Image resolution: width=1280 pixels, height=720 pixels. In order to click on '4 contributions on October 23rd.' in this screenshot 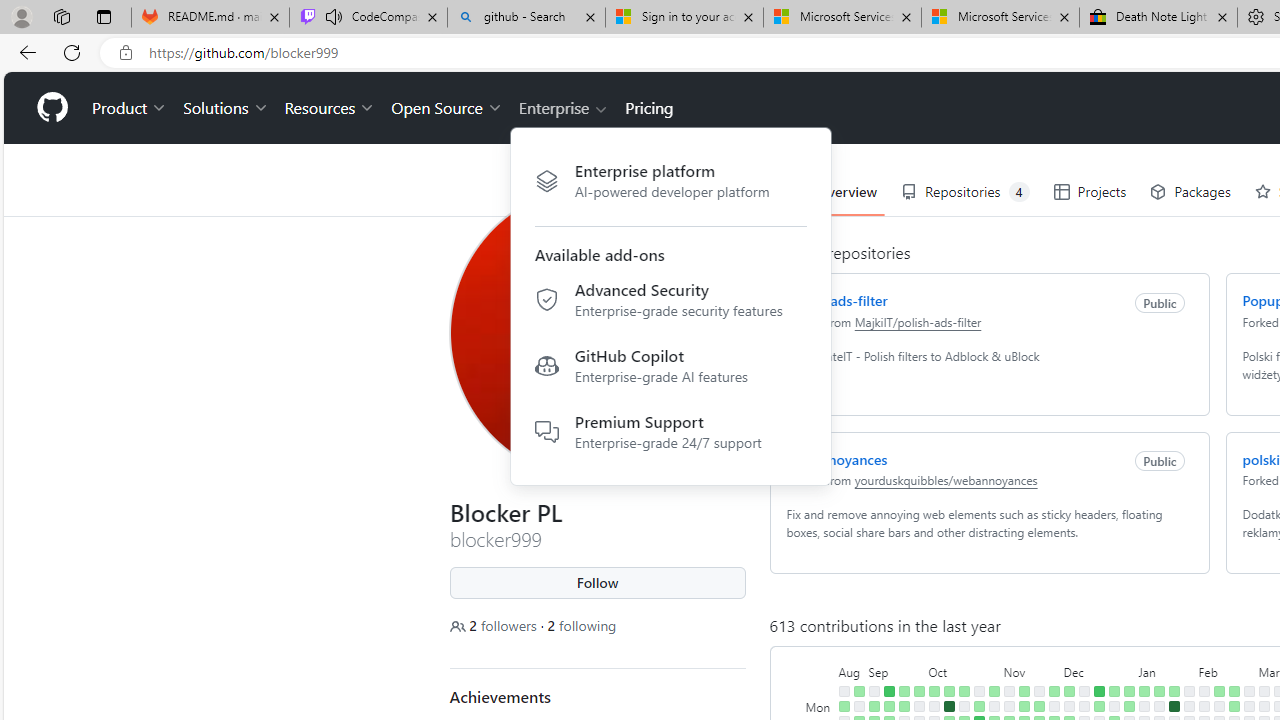, I will do `click(979, 705)`.